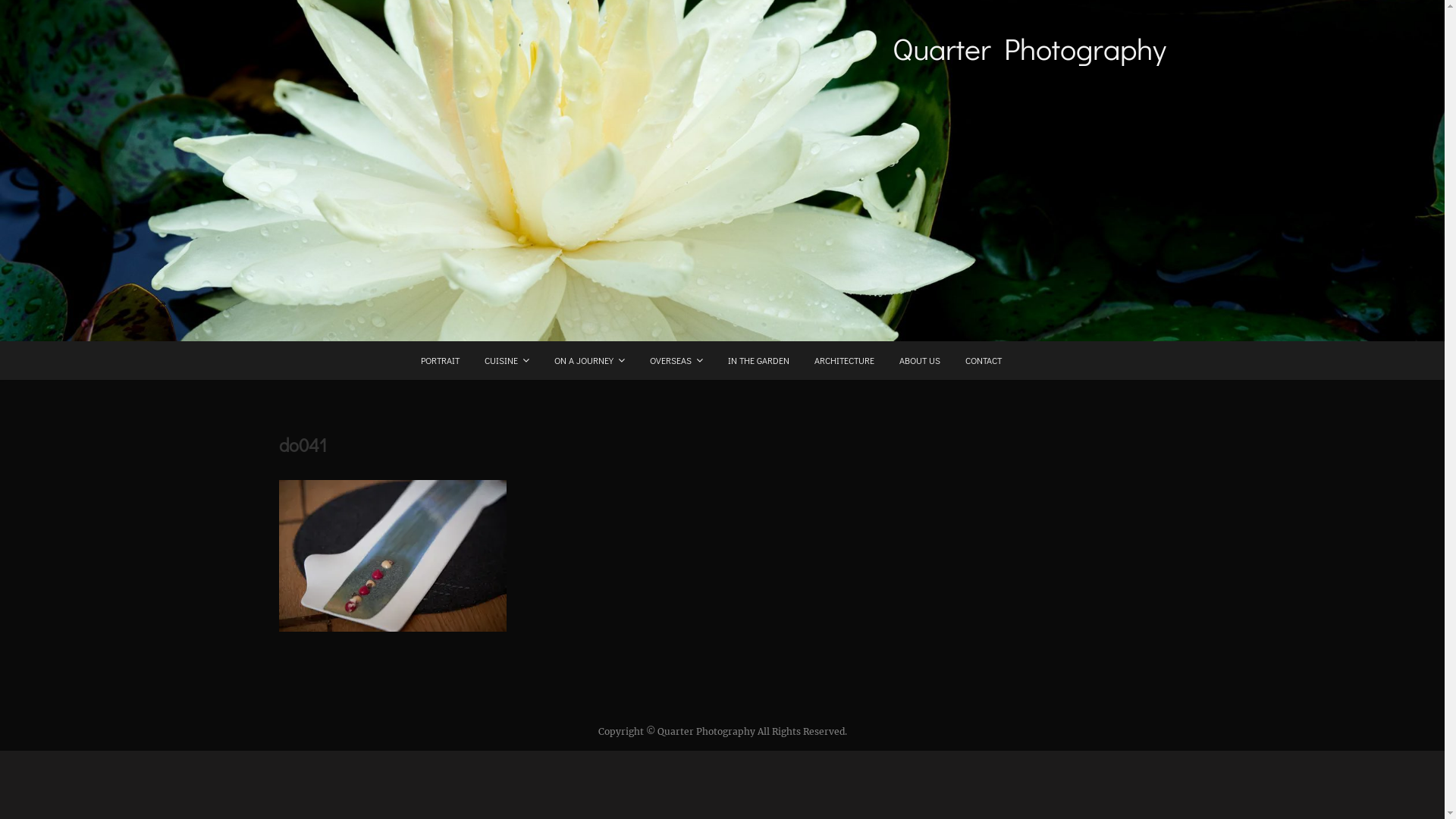  Describe the element at coordinates (507, 360) in the screenshot. I see `'CUISINE'` at that location.